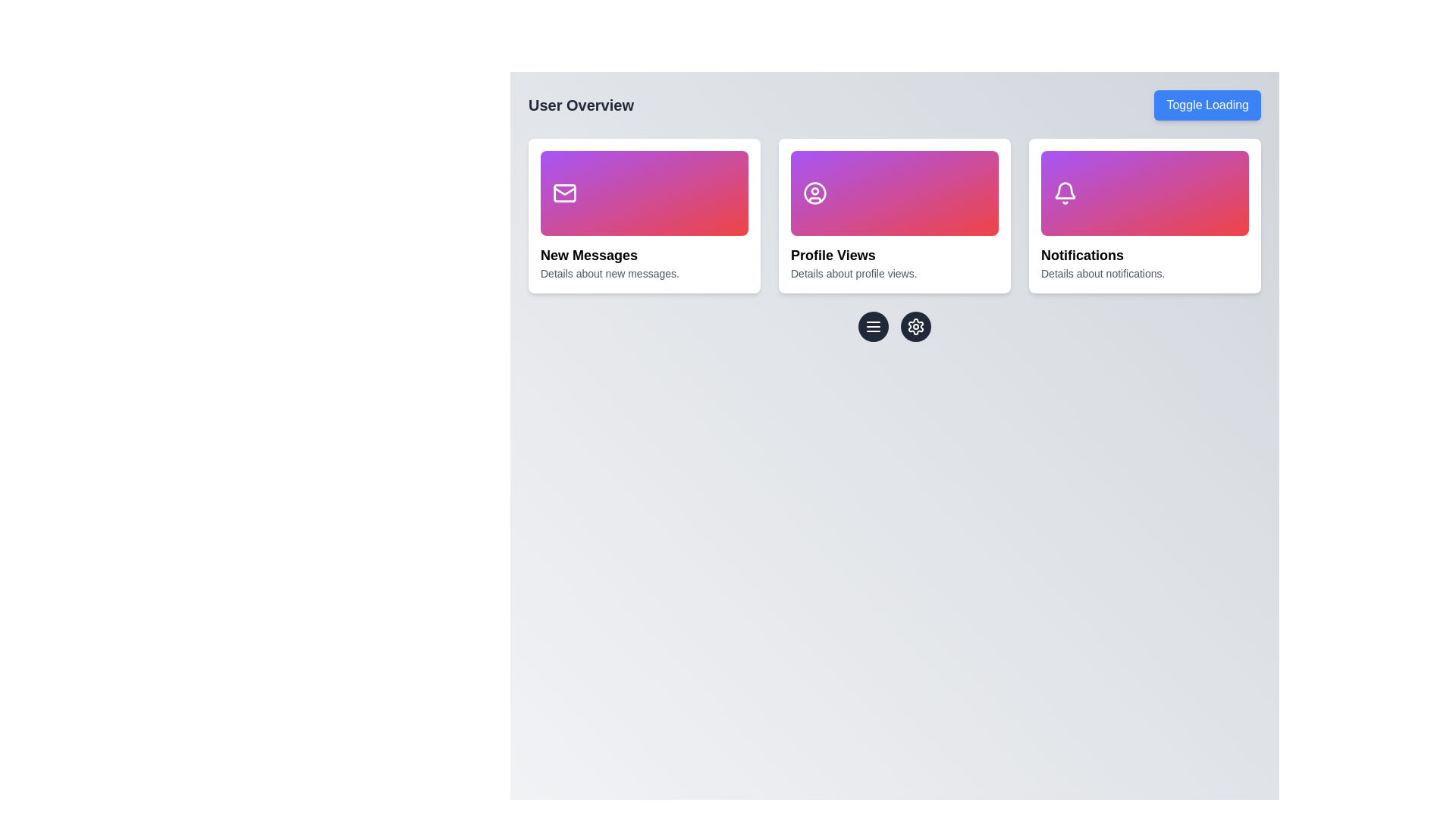  Describe the element at coordinates (814, 192) in the screenshot. I see `the innermost circular shape of the user profile icon located in the 'Profile Views' card, which is the second card from the left` at that location.